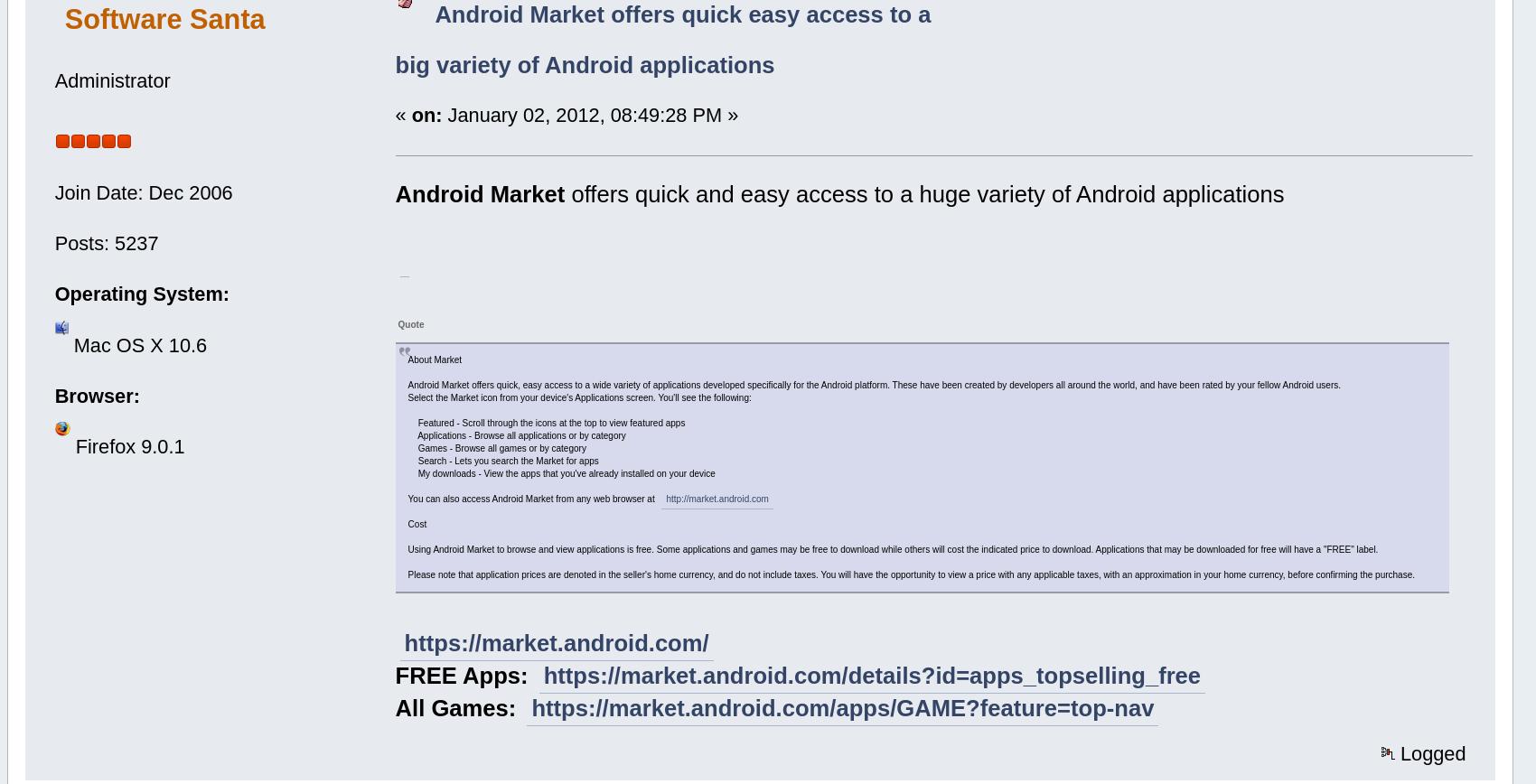 The image size is (1536, 784). Describe the element at coordinates (1429, 753) in the screenshot. I see `'Logged'` at that location.